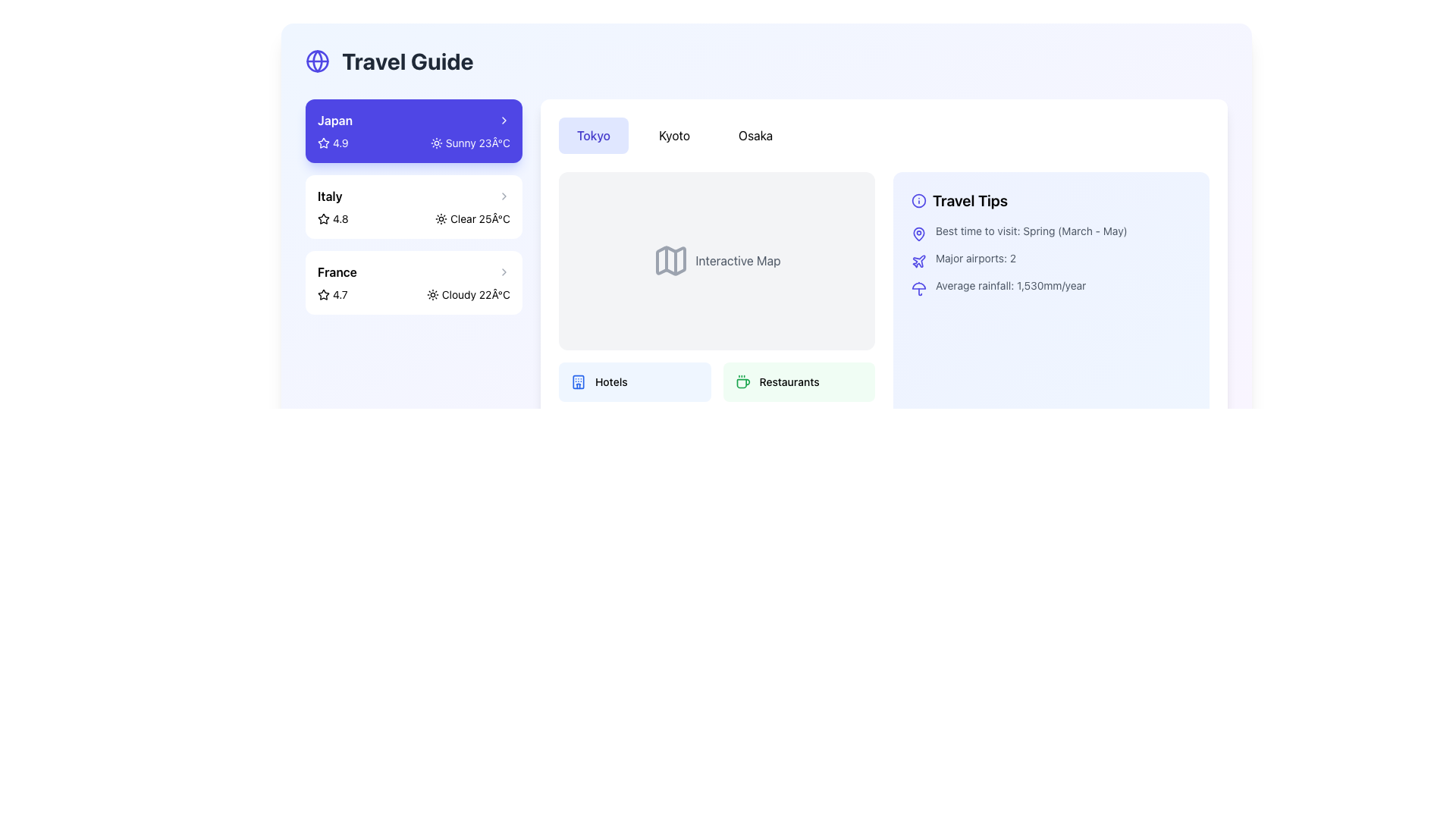 This screenshot has width=1456, height=819. I want to click on the Text Label that describes the interactive map feature, located to the right of the map icon, so click(738, 260).